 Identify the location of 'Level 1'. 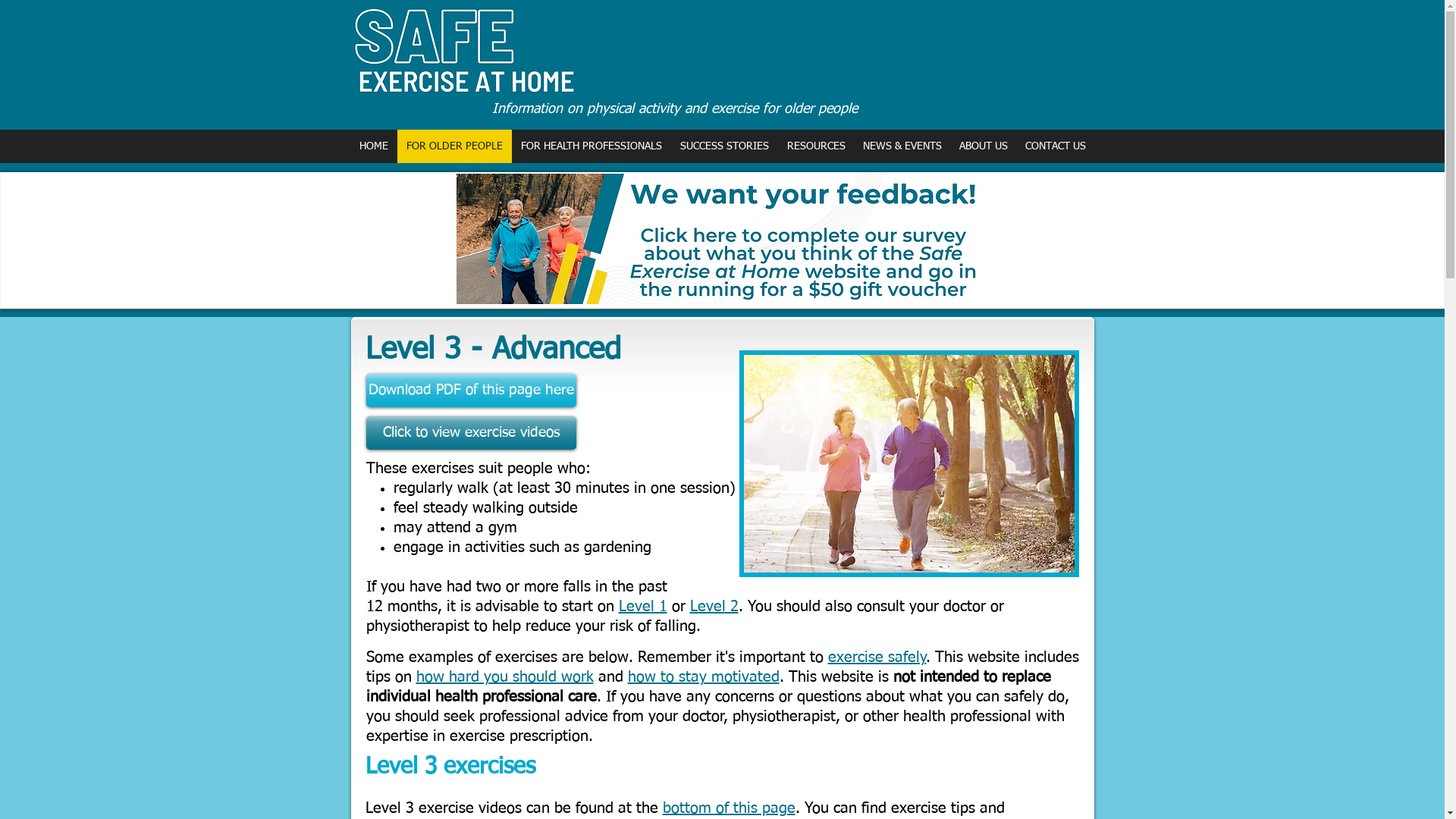
(643, 605).